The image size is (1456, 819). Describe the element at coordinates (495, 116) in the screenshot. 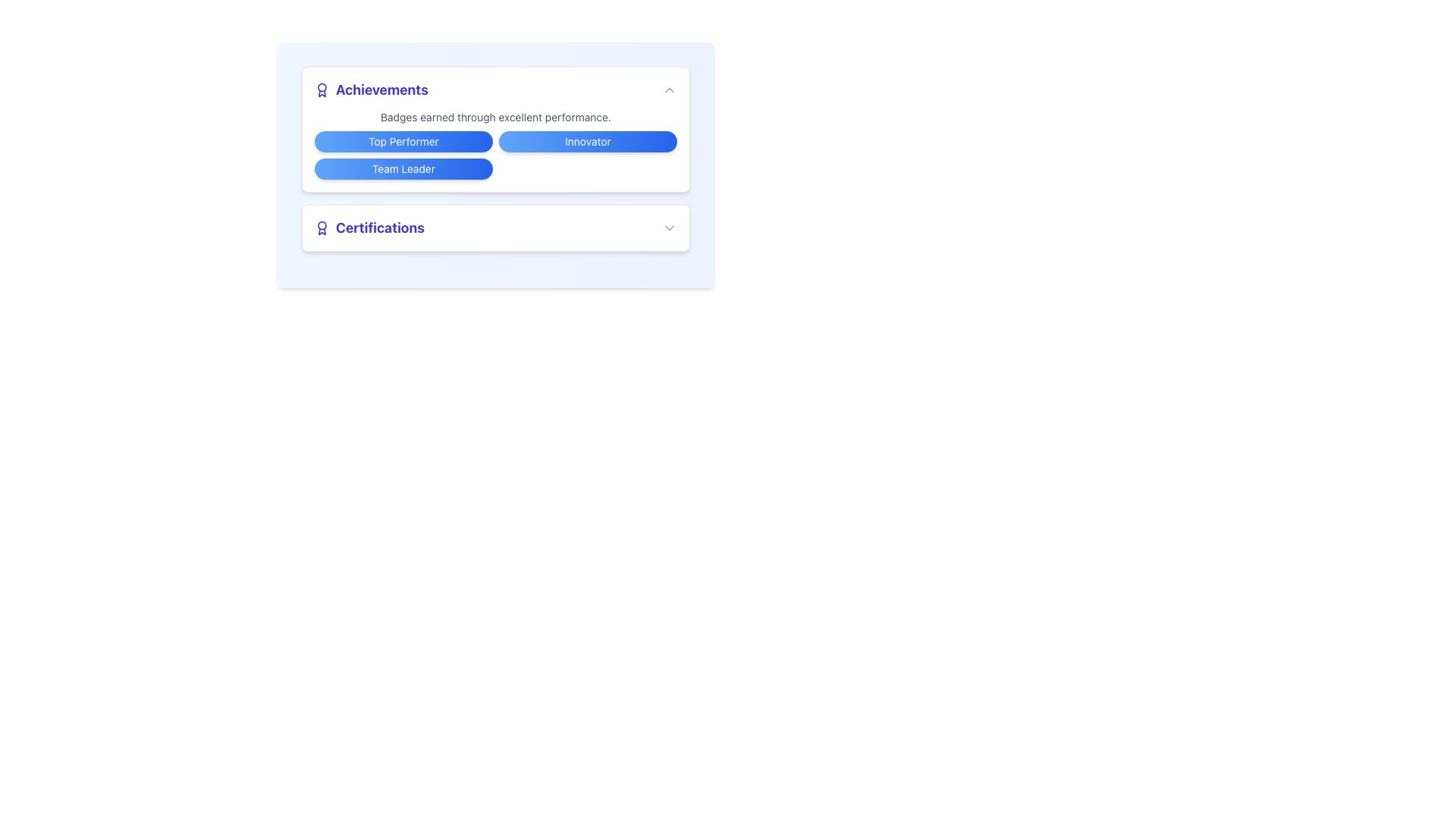

I see `the Text Label that provides context for the badge elements such as 'Top Performer', 'Innovator', and 'Team Leader'` at that location.